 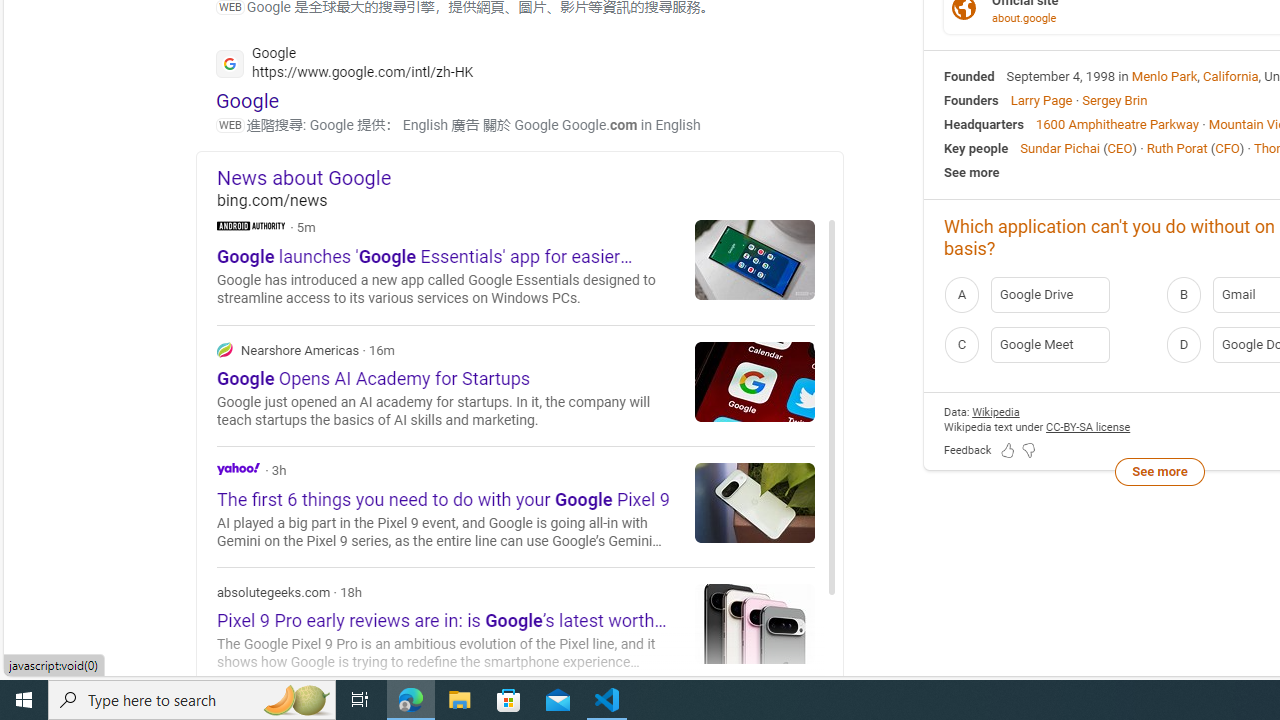 I want to click on 'Key people', so click(x=976, y=146).